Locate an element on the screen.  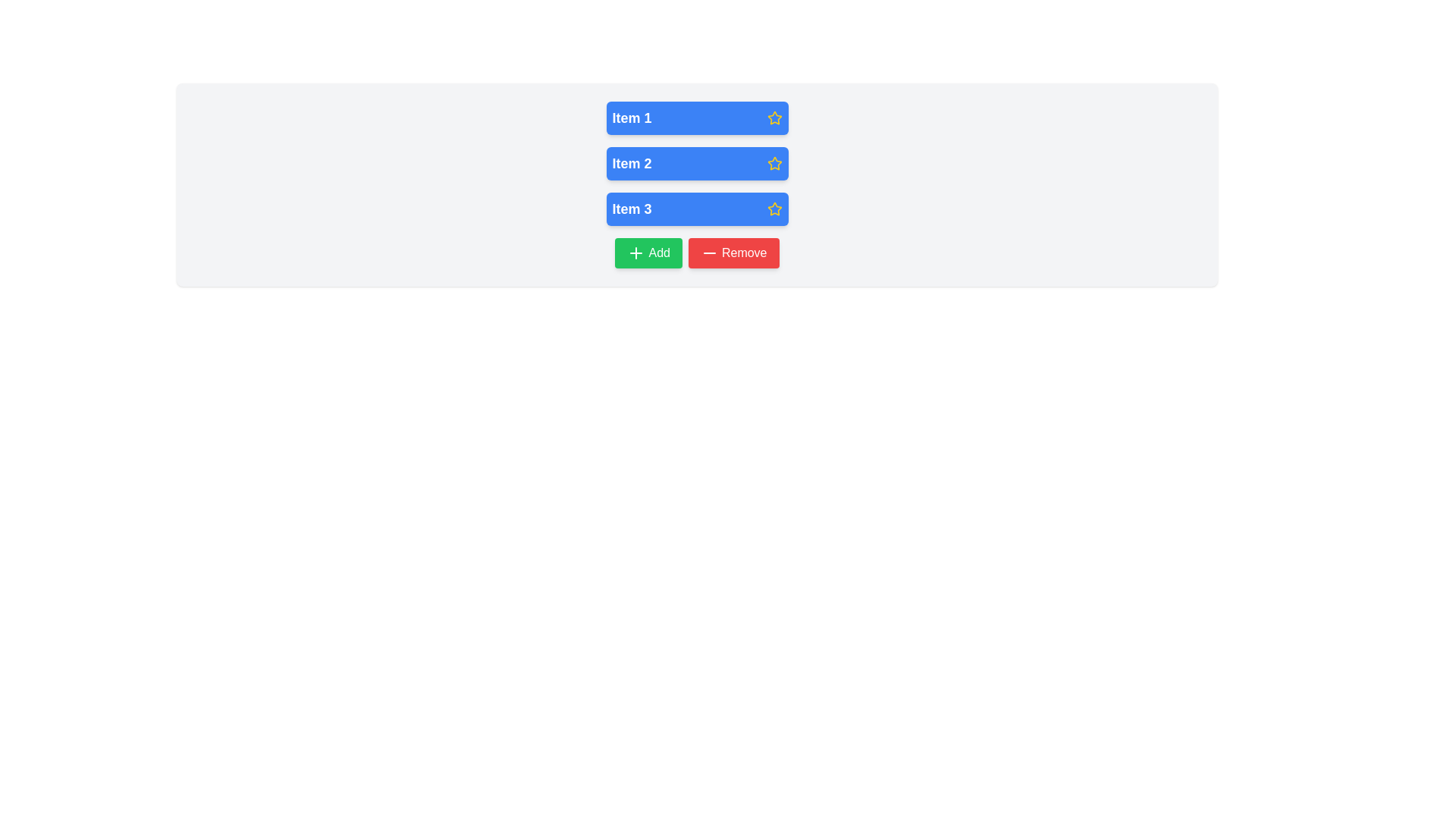
the yellow outlined star icon with a transparent center is located at coordinates (774, 209).